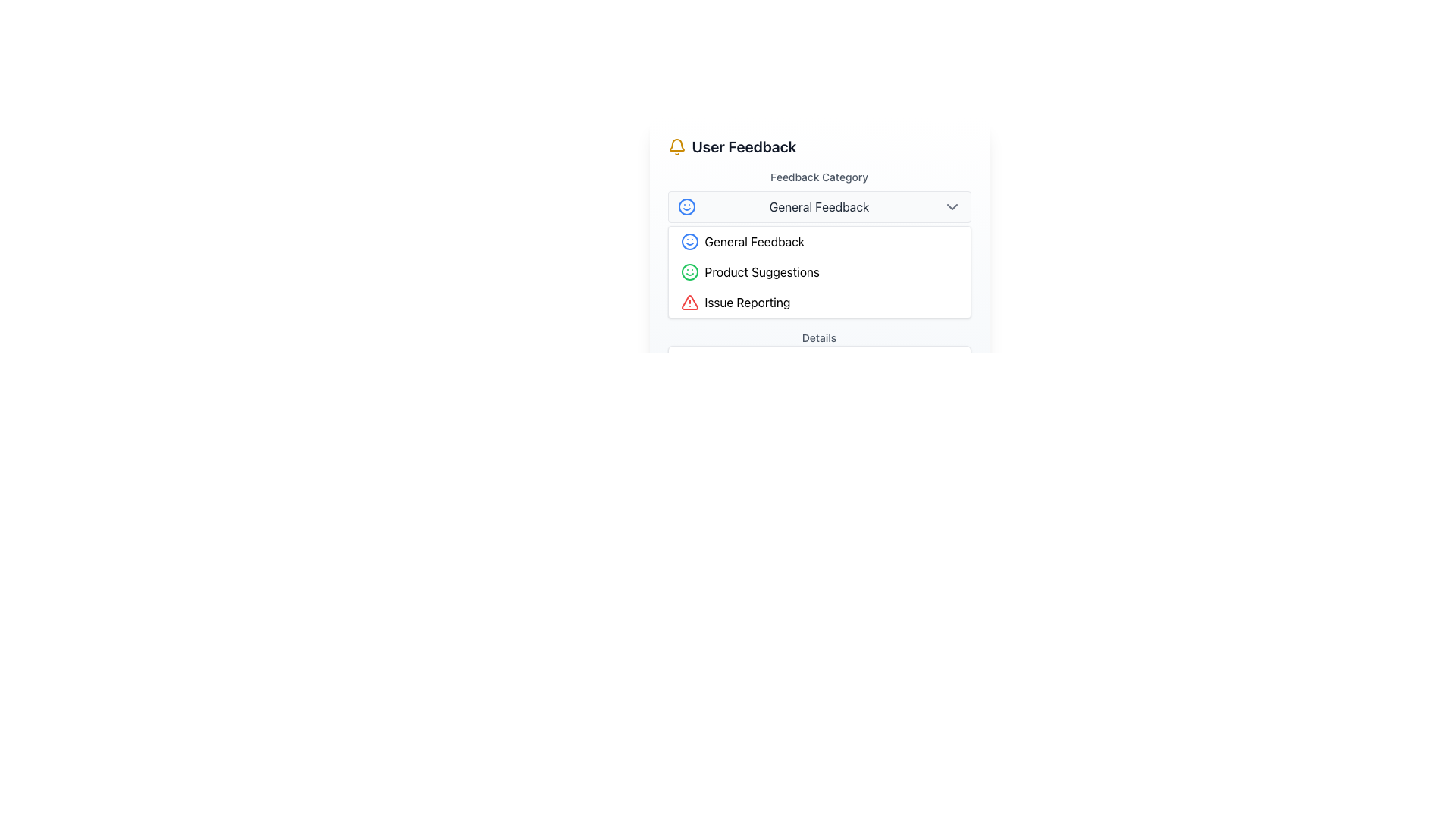  I want to click on the chevron icon located at the far right of the 'General Feedback' dropdown trigger, so click(951, 207).